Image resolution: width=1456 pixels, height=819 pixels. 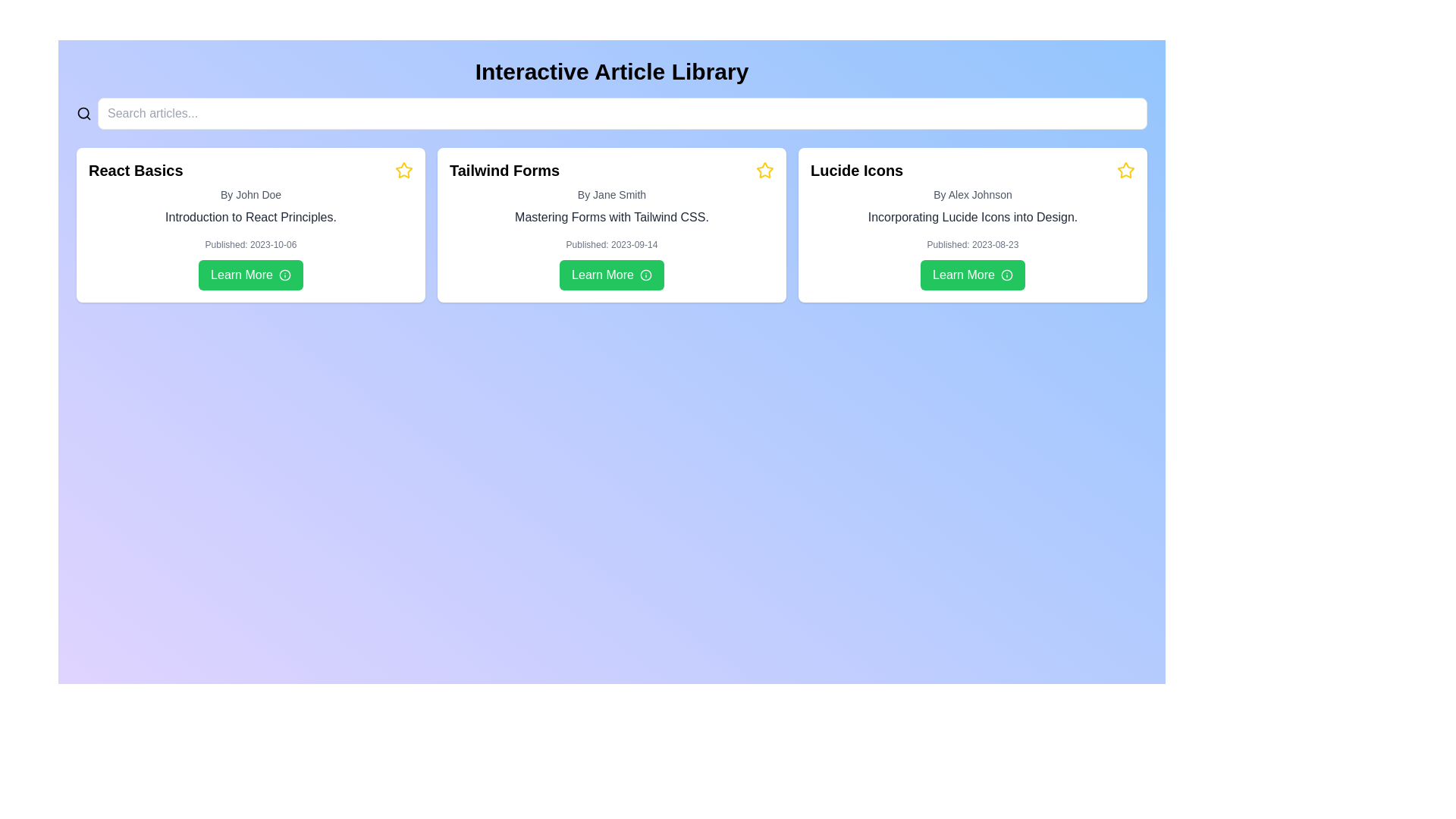 I want to click on the favorite marker icon located in the top-right corner of the second card, near the text 'Tailwind Forms', to mark or unmark the card as a favorite, so click(x=764, y=169).